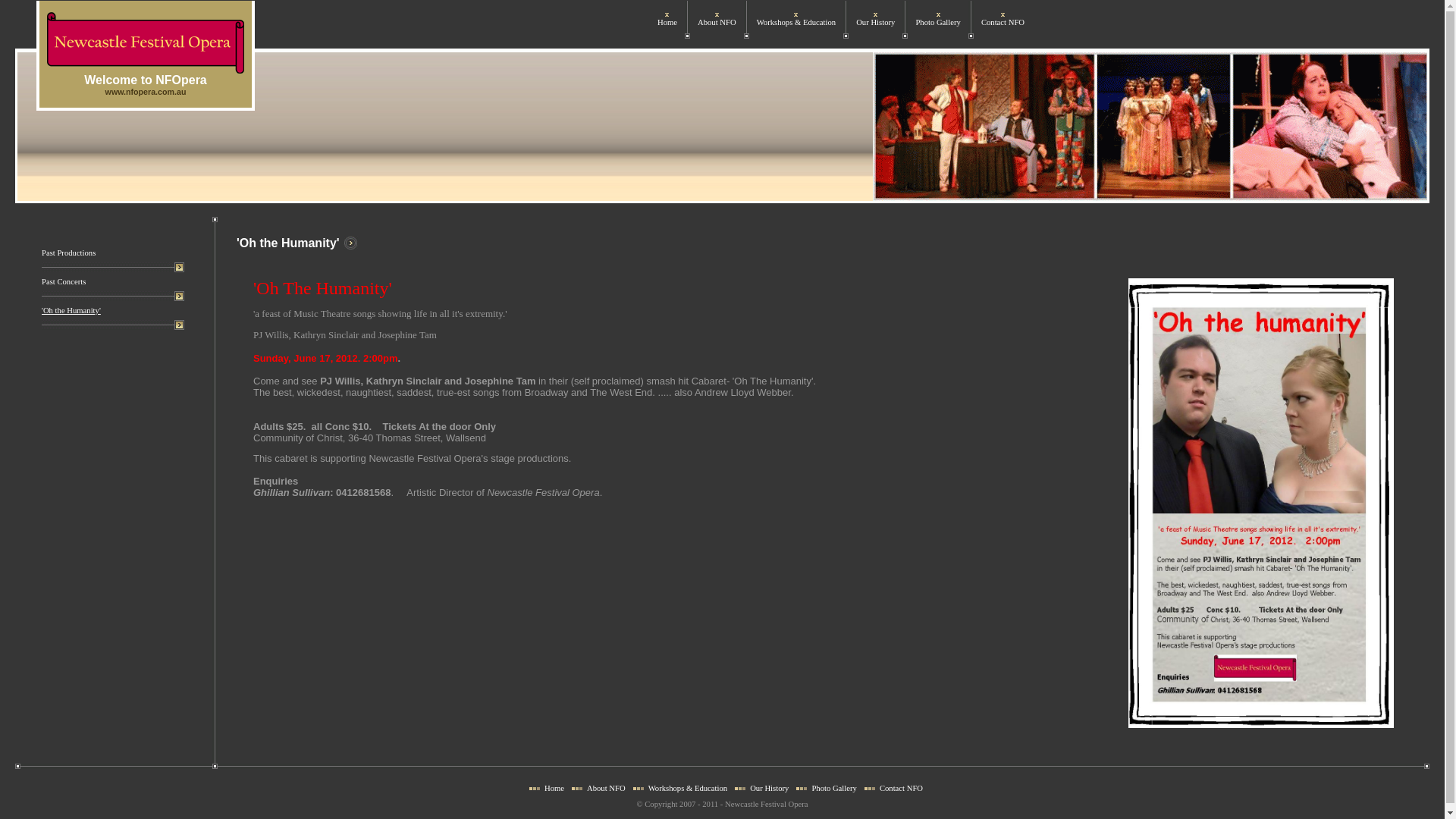 The height and width of the screenshot is (819, 1456). What do you see at coordinates (605, 787) in the screenshot?
I see `'About NFO'` at bounding box center [605, 787].